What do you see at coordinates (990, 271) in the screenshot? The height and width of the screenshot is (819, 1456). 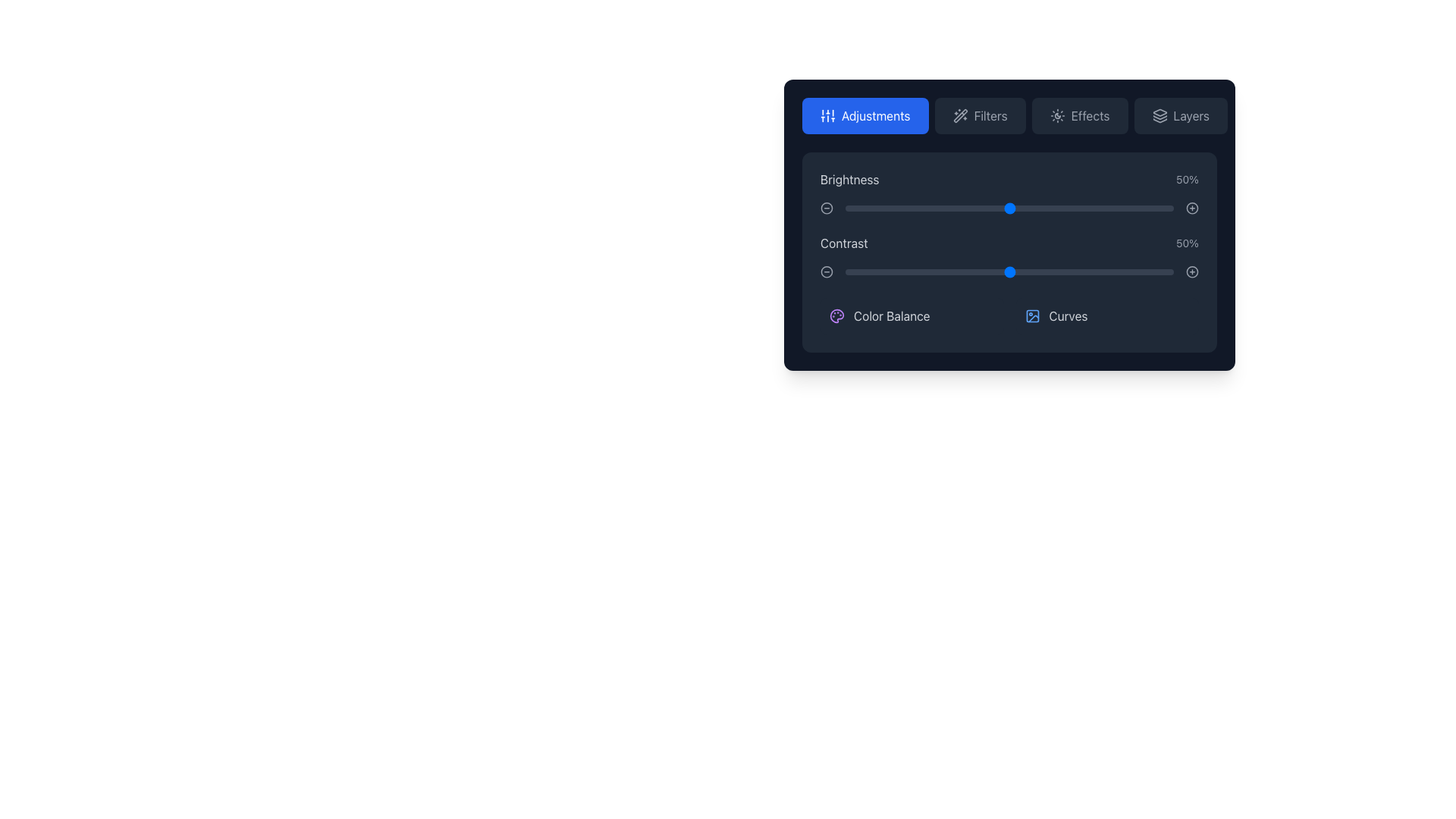 I see `contrast` at bounding box center [990, 271].